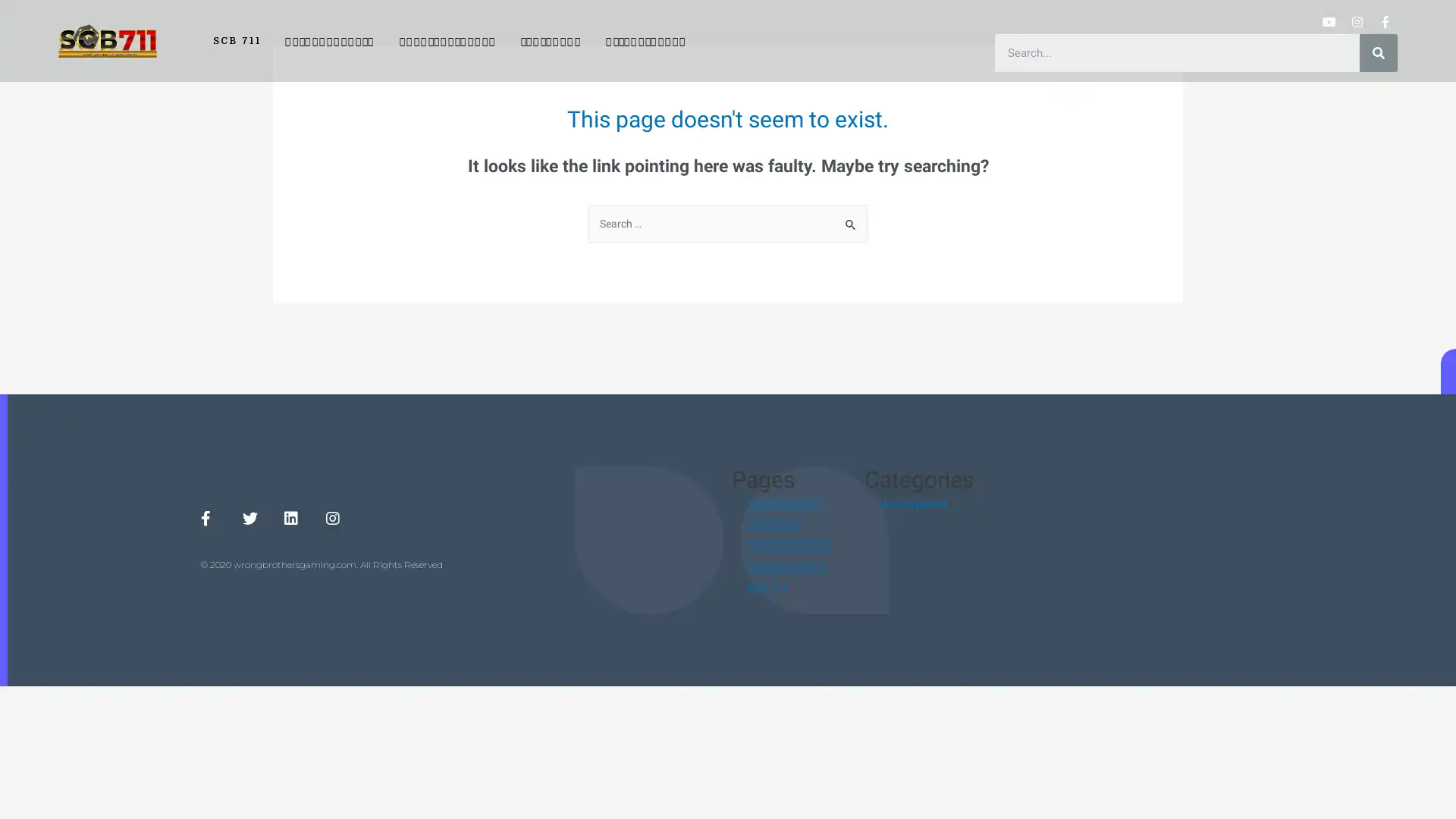  I want to click on Search, so click(851, 220).